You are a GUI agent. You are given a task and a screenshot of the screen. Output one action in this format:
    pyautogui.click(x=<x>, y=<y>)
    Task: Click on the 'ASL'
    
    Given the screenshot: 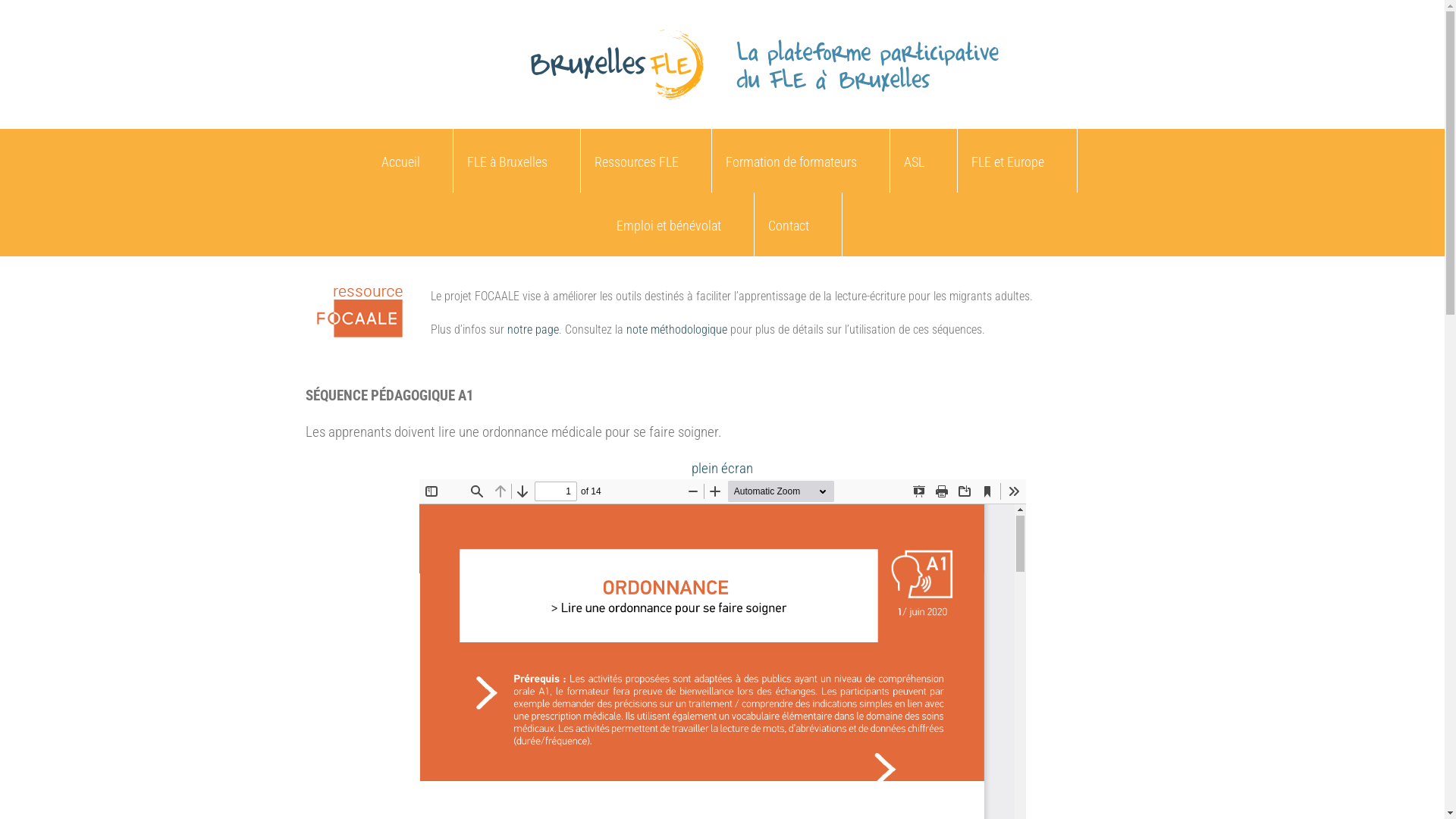 What is the action you would take?
    pyautogui.click(x=890, y=161)
    